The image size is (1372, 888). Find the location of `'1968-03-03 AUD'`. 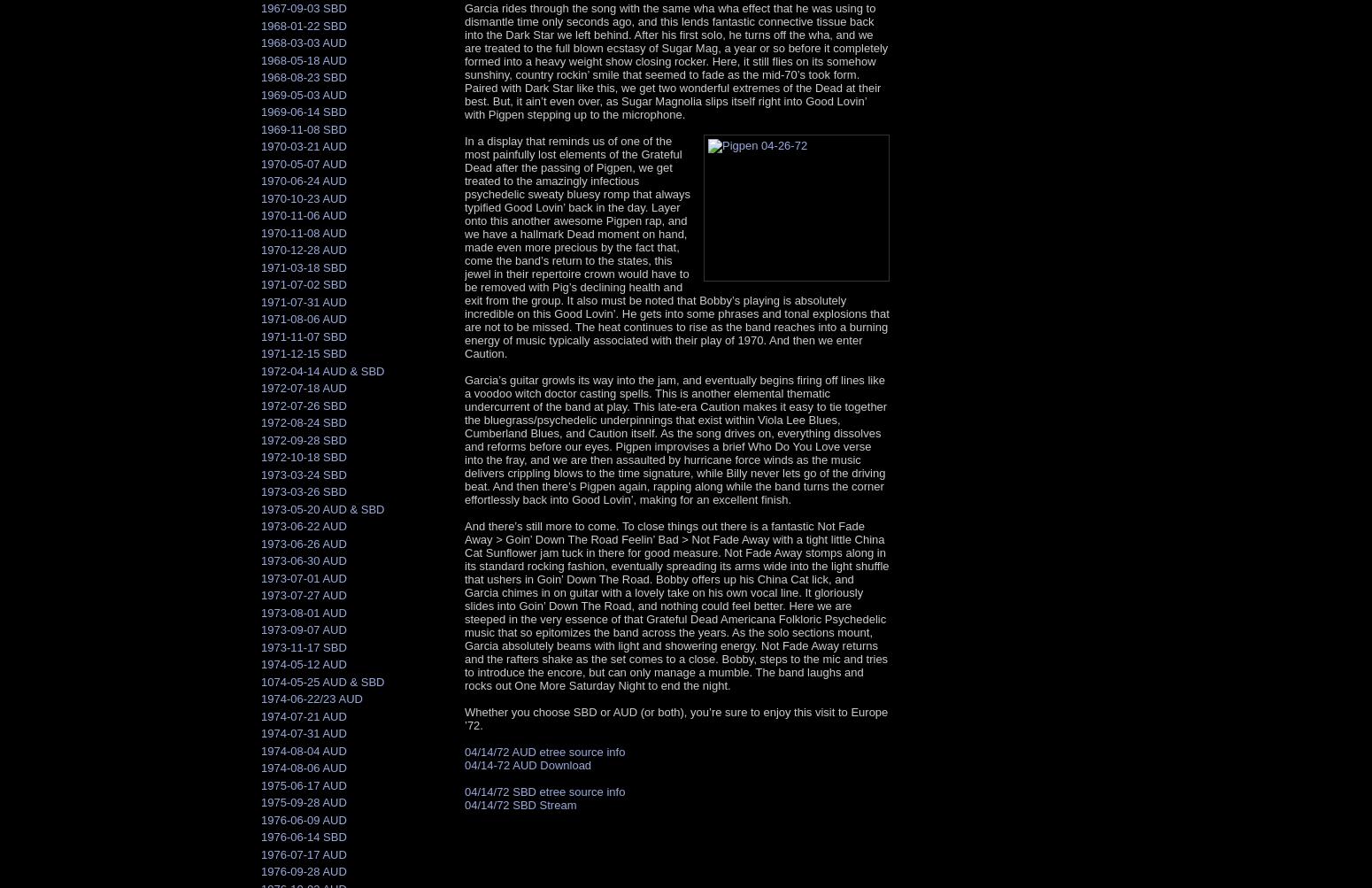

'1968-03-03 AUD' is located at coordinates (303, 42).